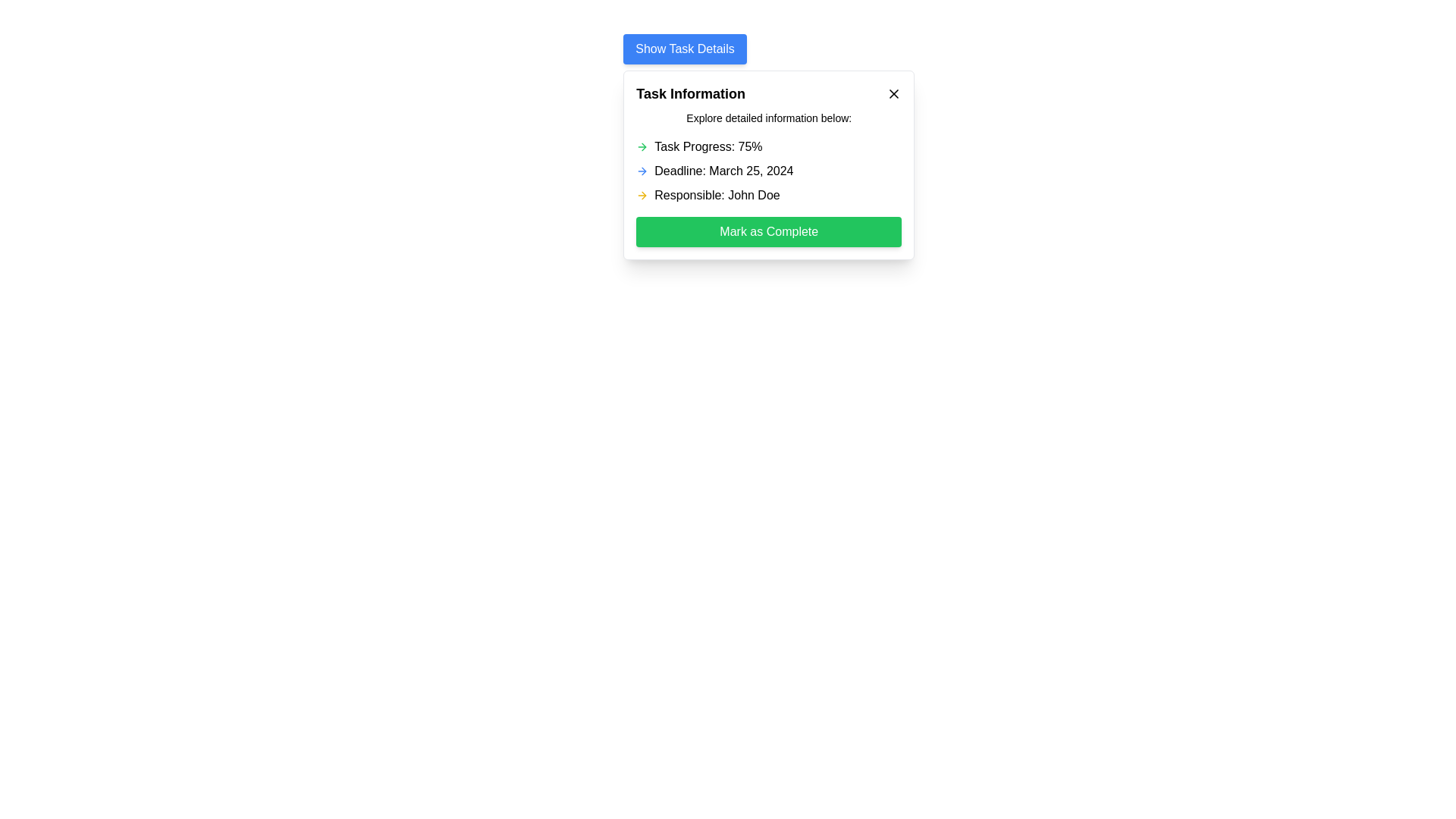 The height and width of the screenshot is (819, 1456). I want to click on the appearance of the arrow icon located to the left of the deadline text 'Deadline: March 25, 2024', so click(642, 171).